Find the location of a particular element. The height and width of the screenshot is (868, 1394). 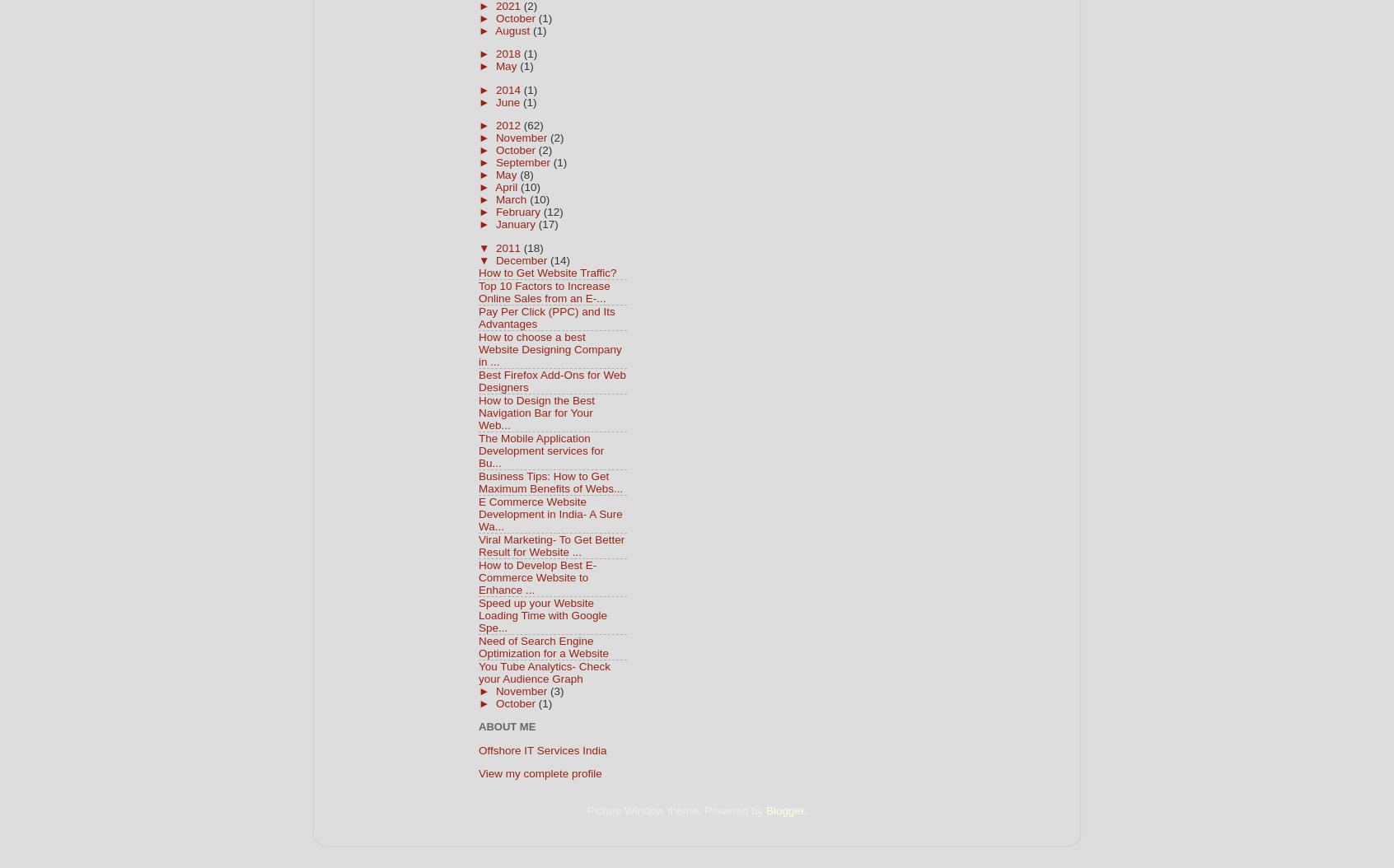

'2012' is located at coordinates (508, 125).